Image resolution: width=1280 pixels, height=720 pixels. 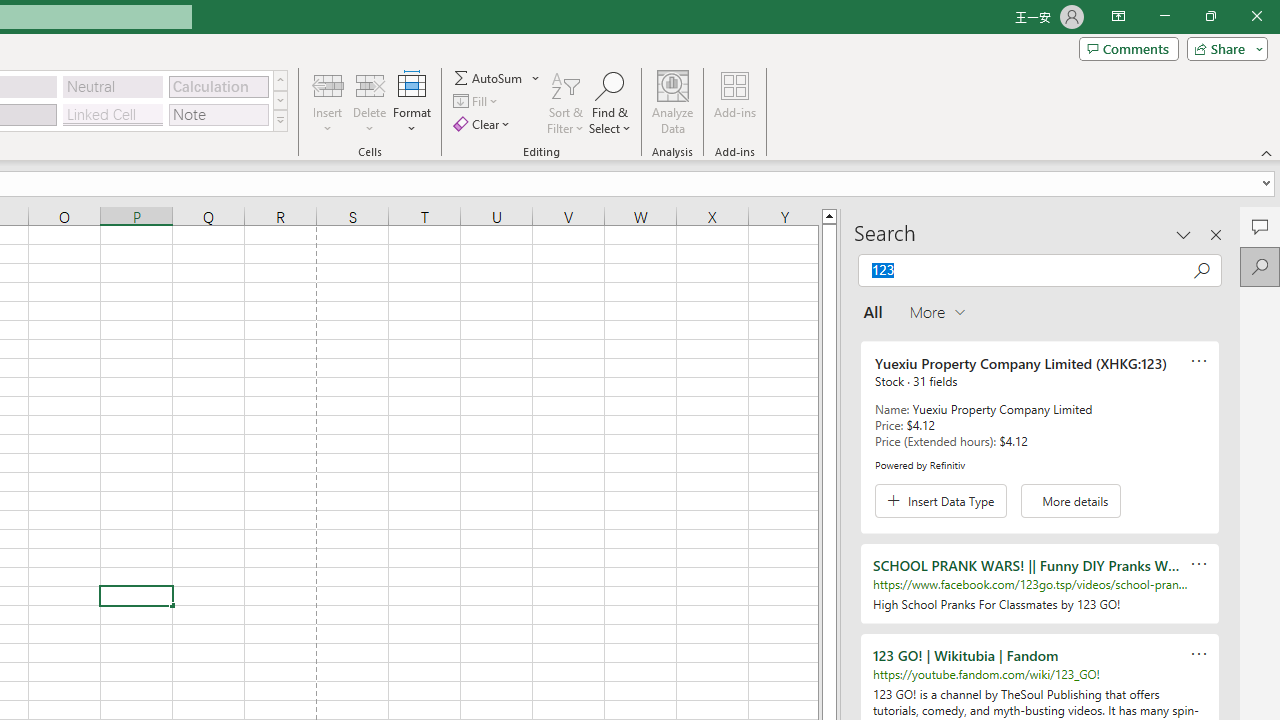 I want to click on 'Share', so click(x=1222, y=47).